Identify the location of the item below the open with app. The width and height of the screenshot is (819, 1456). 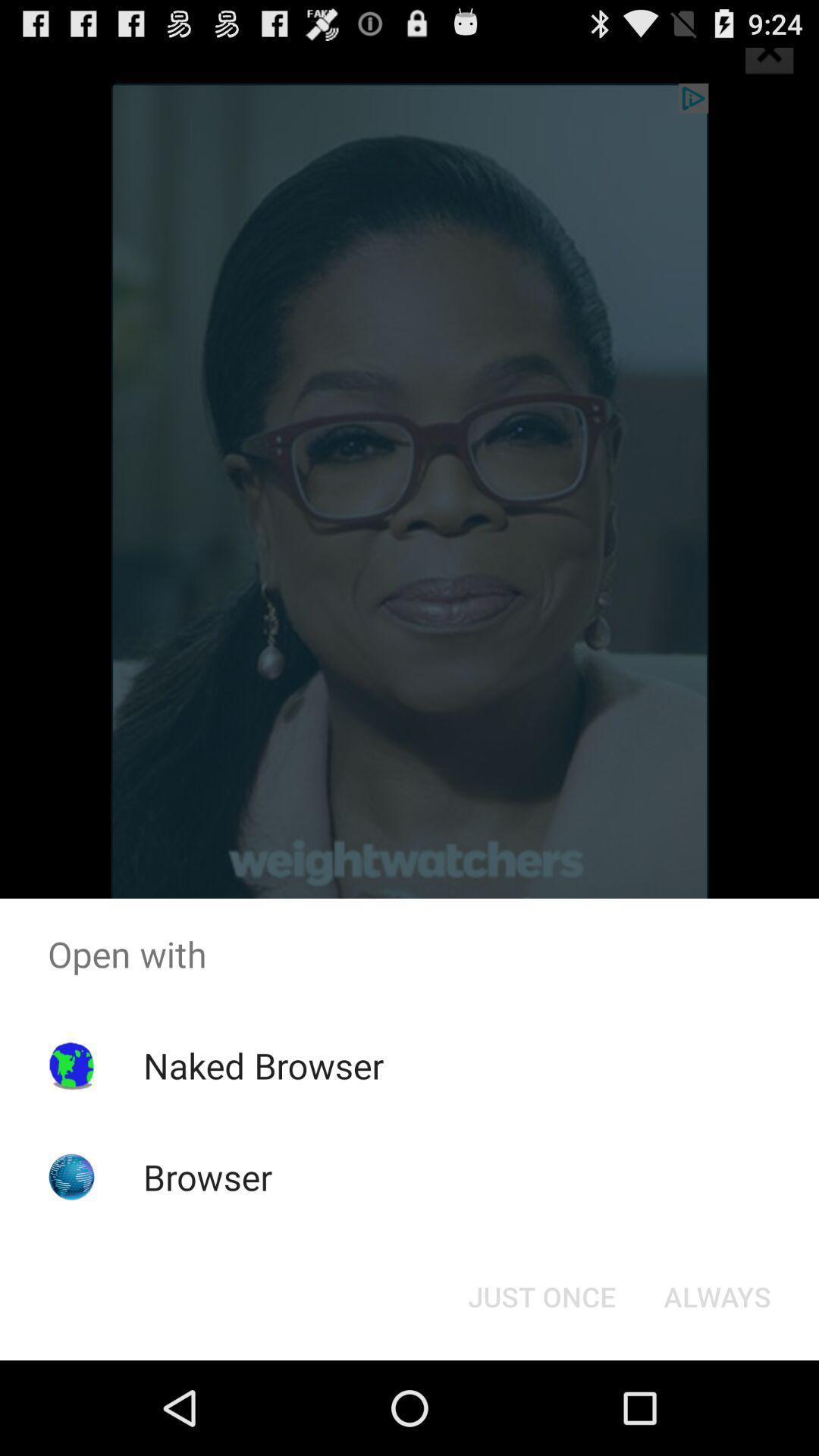
(717, 1295).